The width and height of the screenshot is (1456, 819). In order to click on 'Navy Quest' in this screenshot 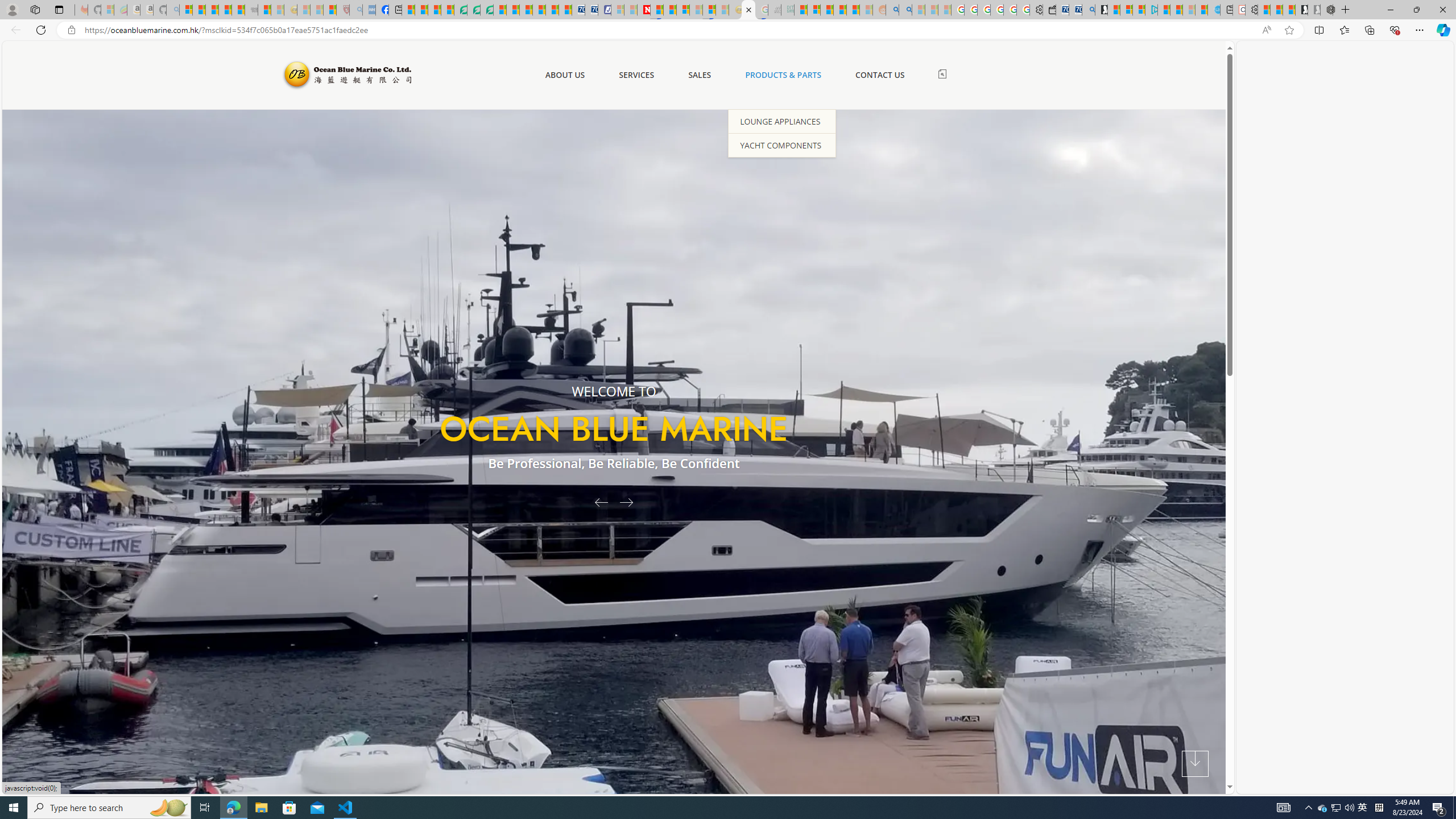, I will do `click(774, 9)`.